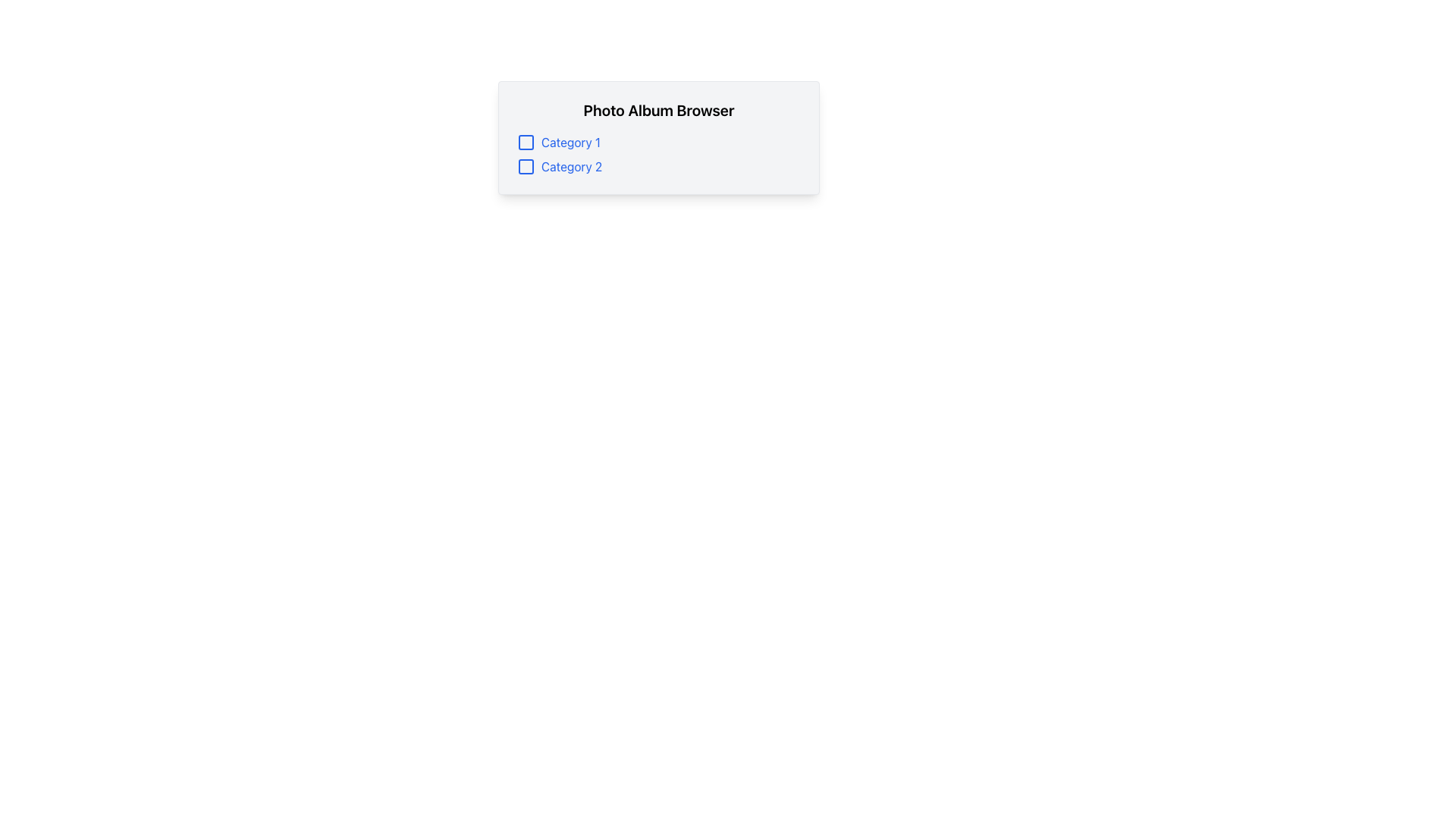  What do you see at coordinates (571, 166) in the screenshot?
I see `the text label associated with the second checkbox under the 'Photo Album Browser' panel, which provides information for user selection` at bounding box center [571, 166].